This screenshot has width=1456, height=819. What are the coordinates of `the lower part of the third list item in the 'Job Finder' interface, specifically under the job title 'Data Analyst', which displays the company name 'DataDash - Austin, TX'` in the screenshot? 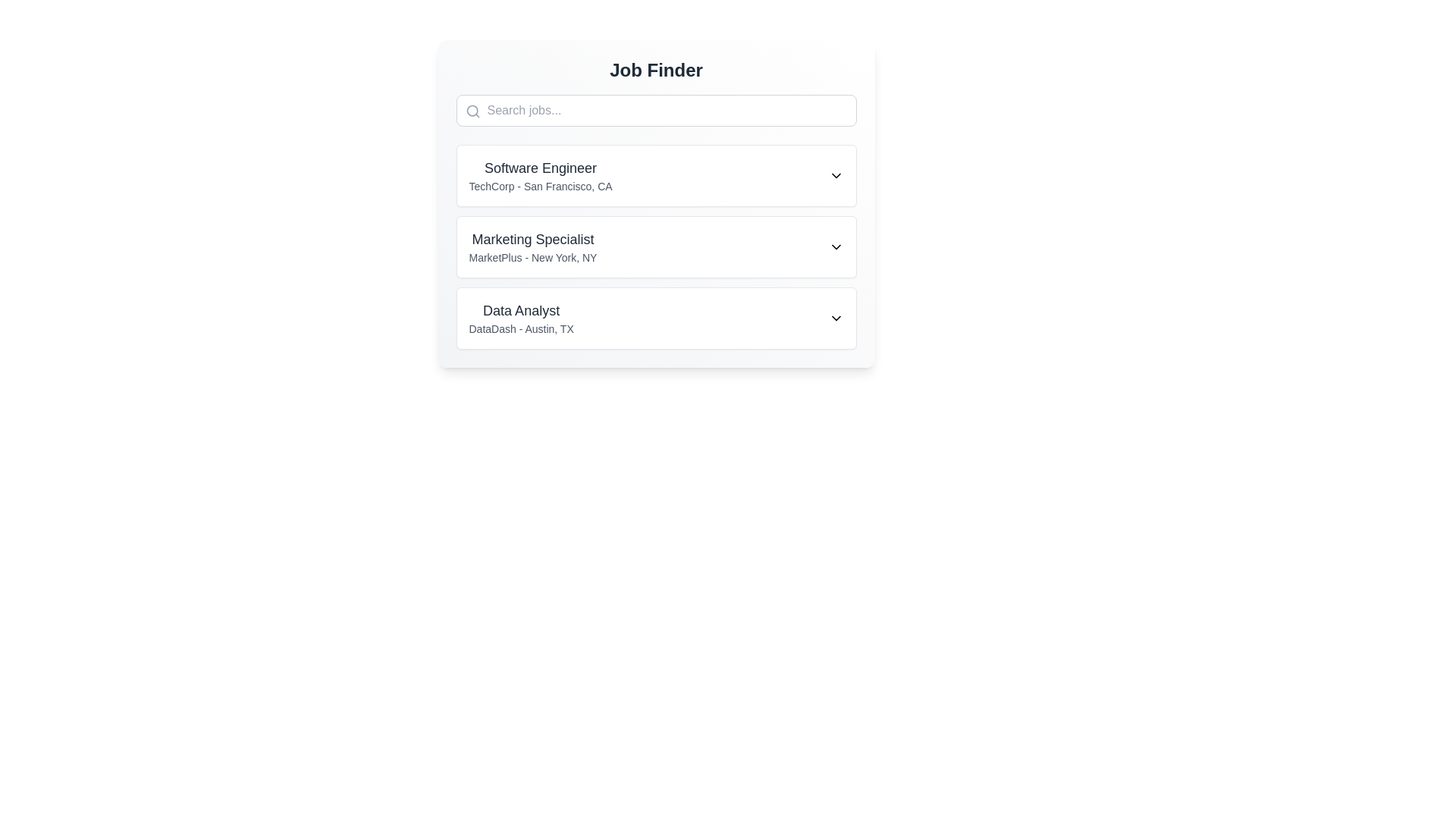 It's located at (521, 318).